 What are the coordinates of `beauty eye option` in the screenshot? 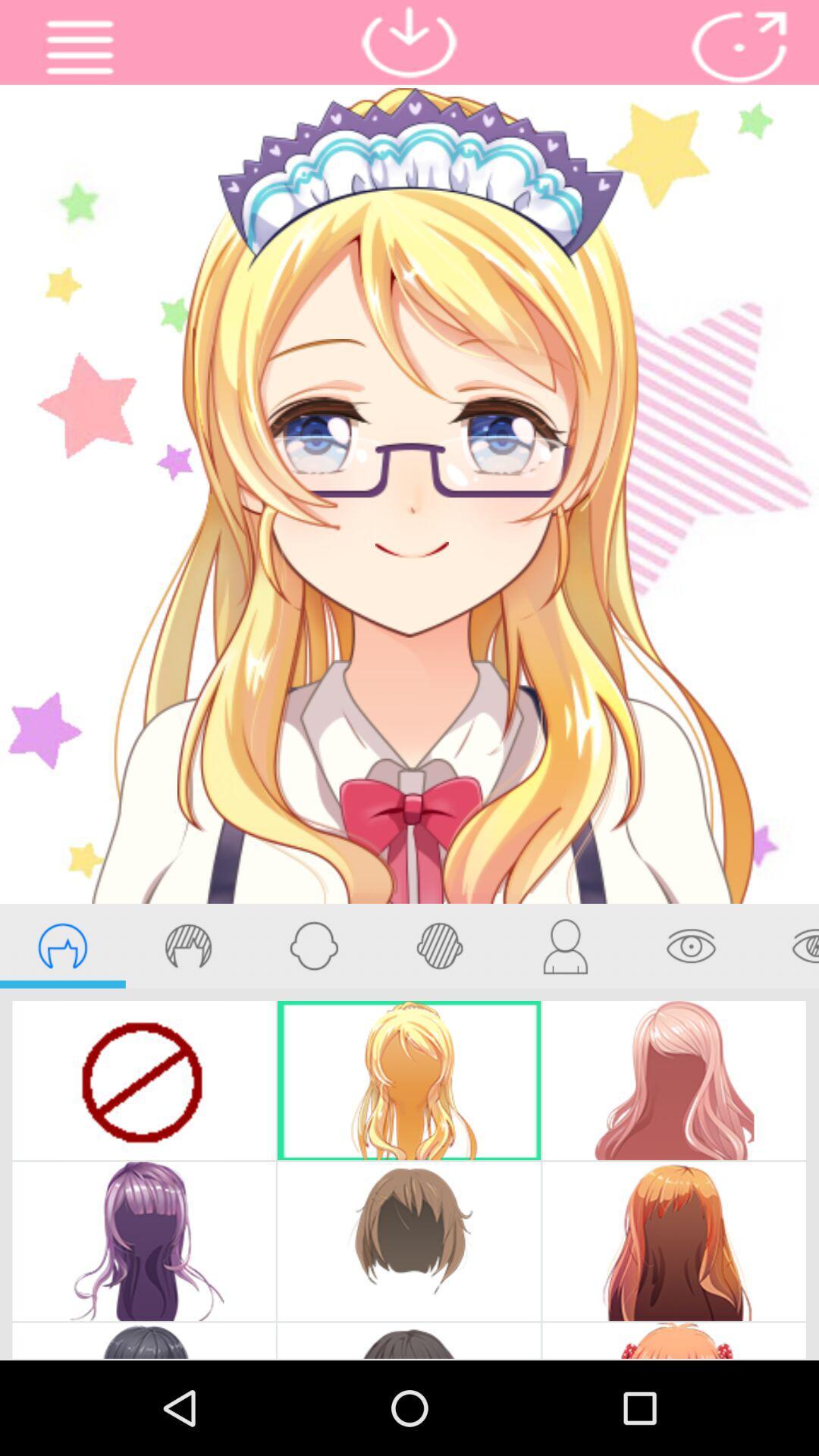 It's located at (786, 945).